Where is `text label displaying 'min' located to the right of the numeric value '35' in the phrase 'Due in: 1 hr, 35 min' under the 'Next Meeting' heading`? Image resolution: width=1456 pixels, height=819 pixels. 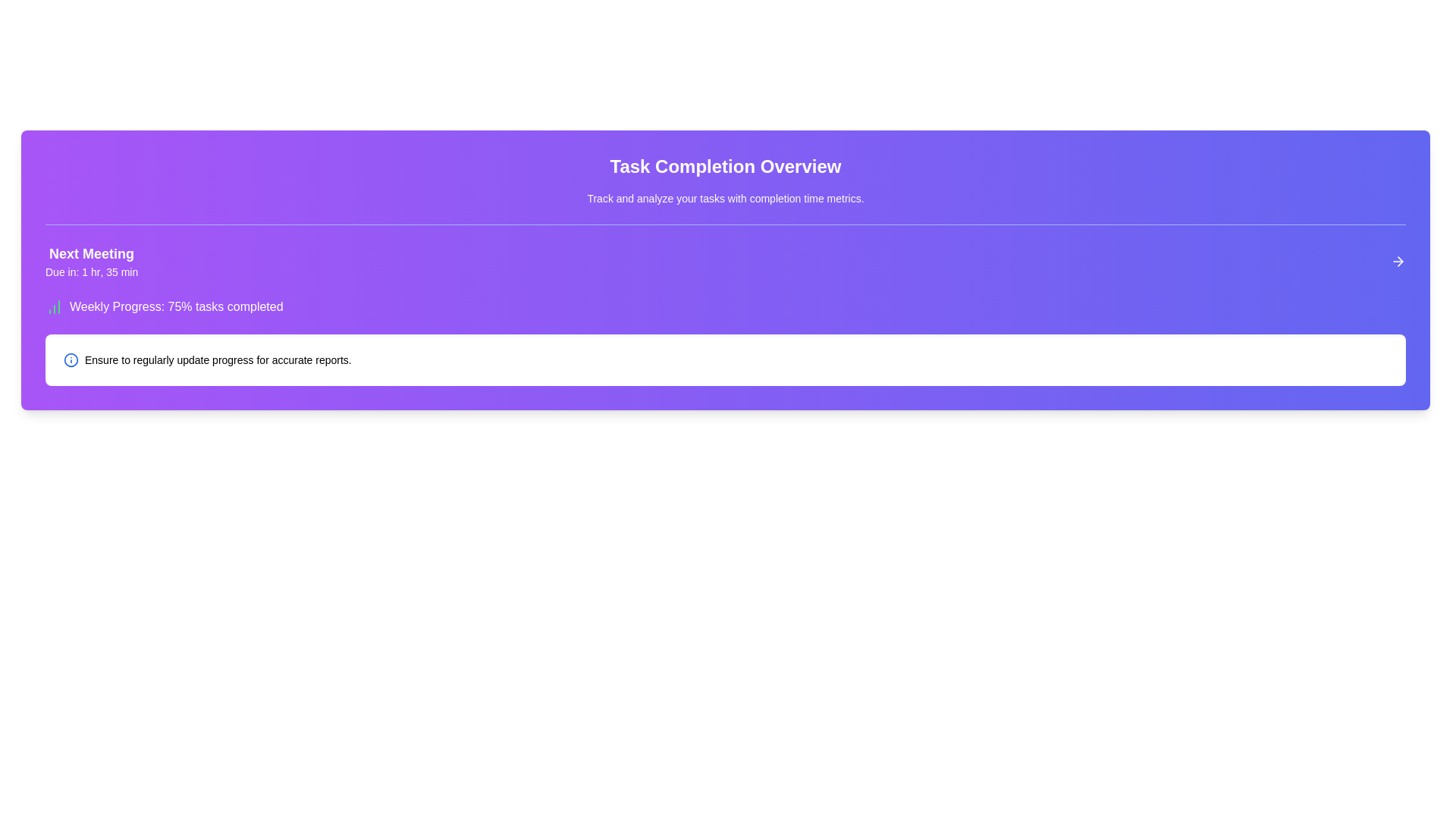
text label displaying 'min' located to the right of the numeric value '35' in the phrase 'Due in: 1 hr, 35 min' under the 'Next Meeting' heading is located at coordinates (129, 271).